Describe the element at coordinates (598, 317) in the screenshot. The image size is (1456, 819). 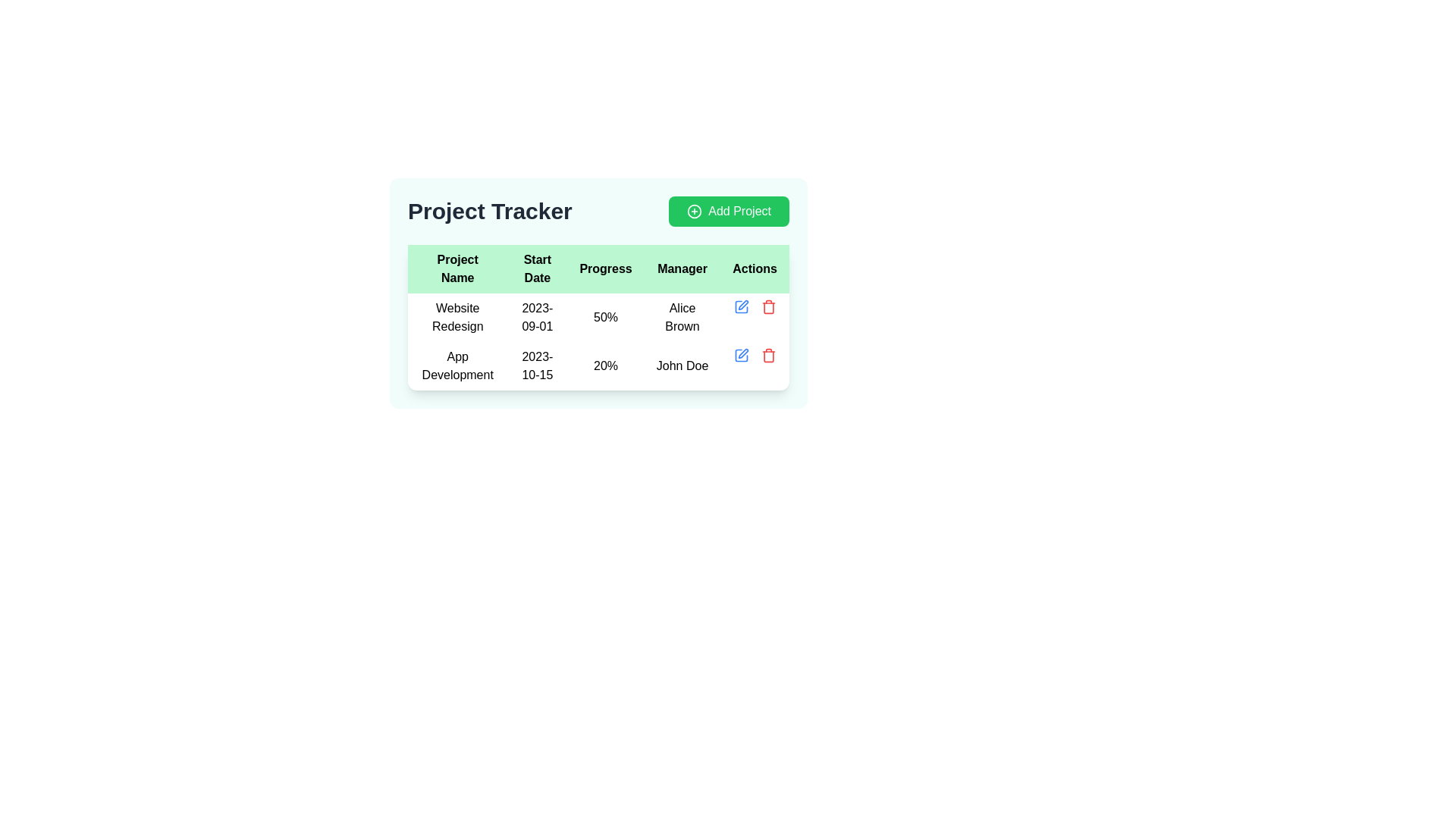
I see `the clickable content within the rows of the project details table located centrally below the 'Project Tracker' title and to the right of the 'Add Project' button` at that location.